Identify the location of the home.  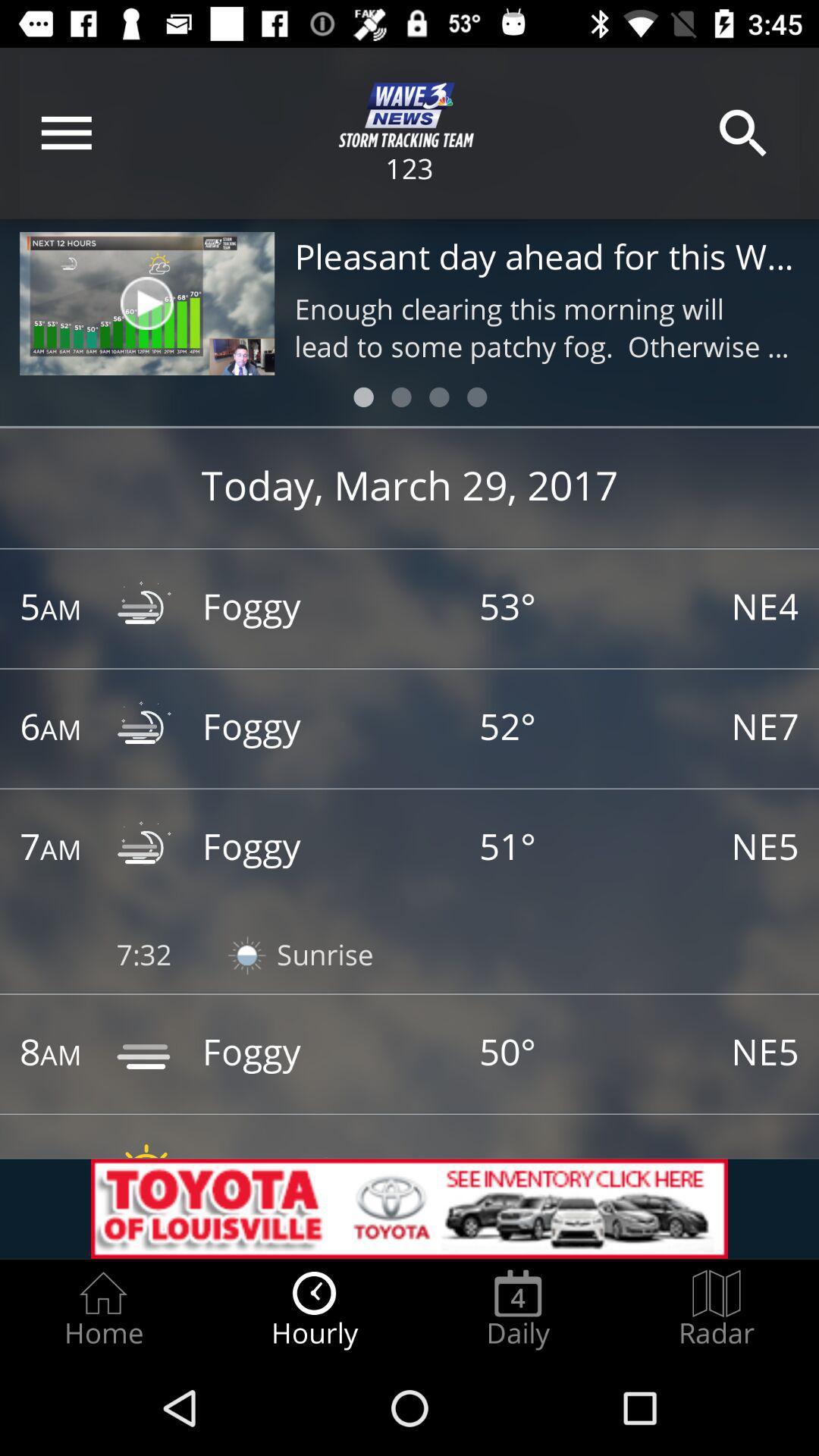
(102, 1309).